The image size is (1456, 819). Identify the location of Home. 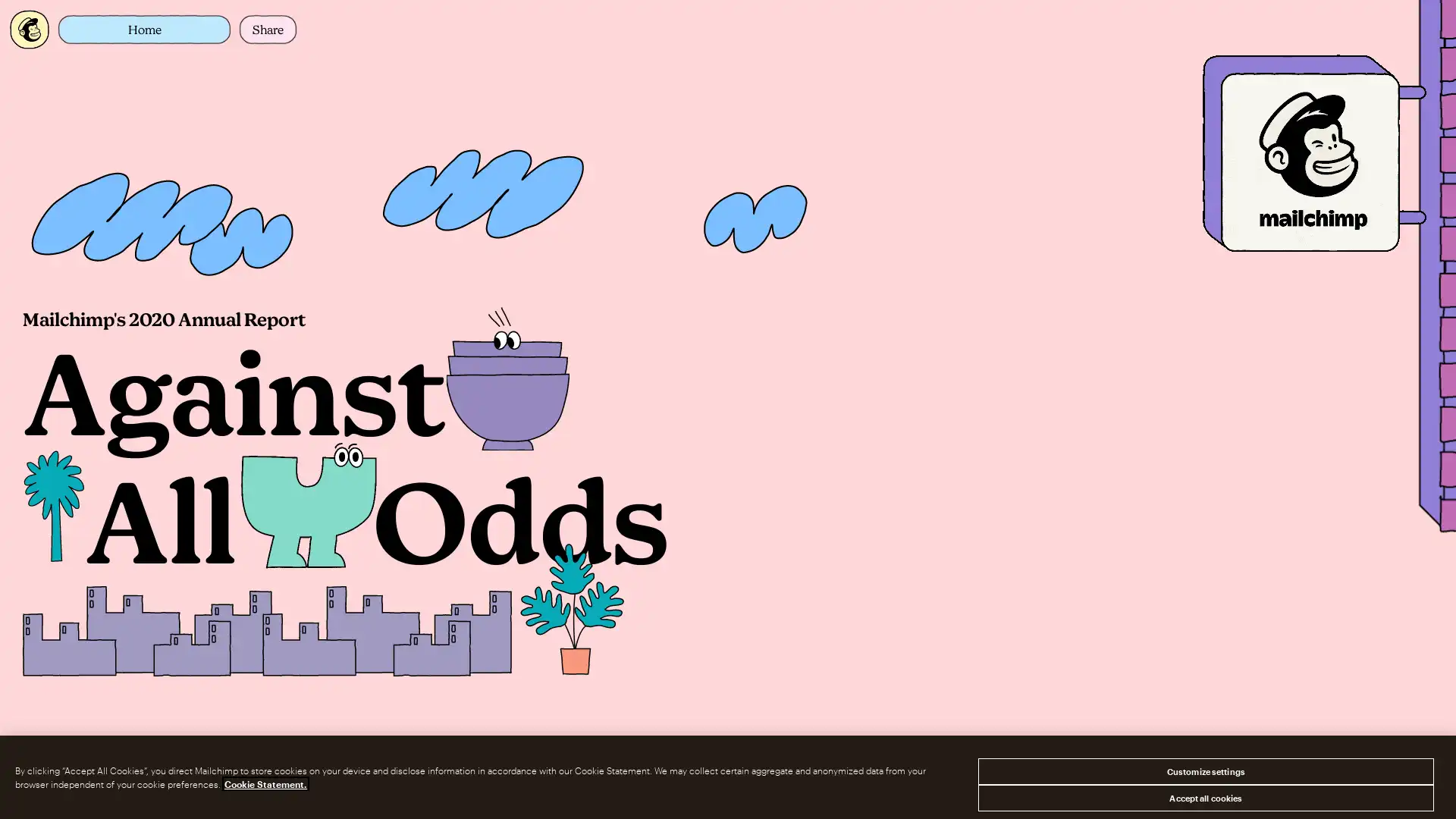
(144, 29).